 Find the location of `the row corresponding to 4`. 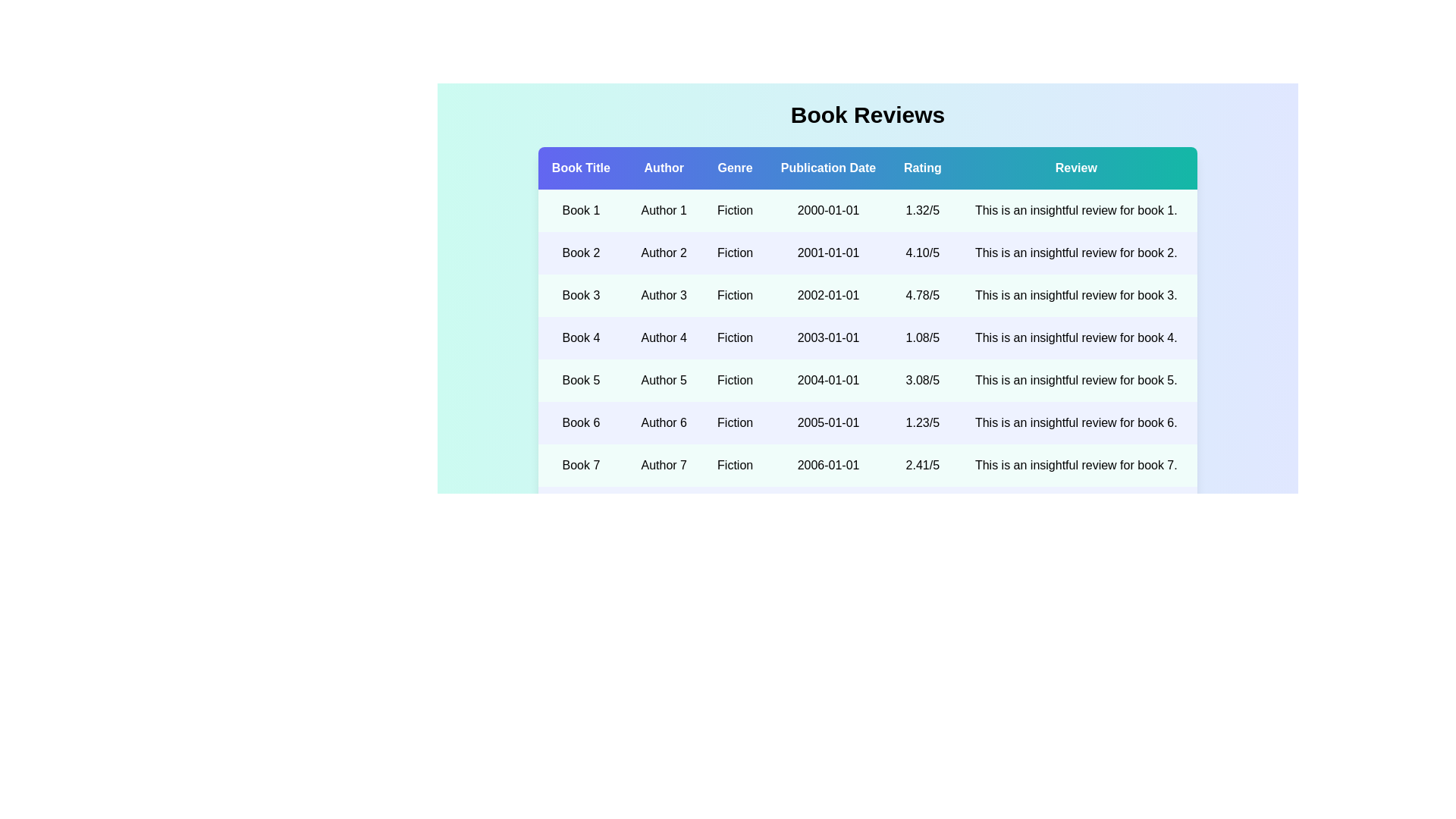

the row corresponding to 4 is located at coordinates (868, 337).